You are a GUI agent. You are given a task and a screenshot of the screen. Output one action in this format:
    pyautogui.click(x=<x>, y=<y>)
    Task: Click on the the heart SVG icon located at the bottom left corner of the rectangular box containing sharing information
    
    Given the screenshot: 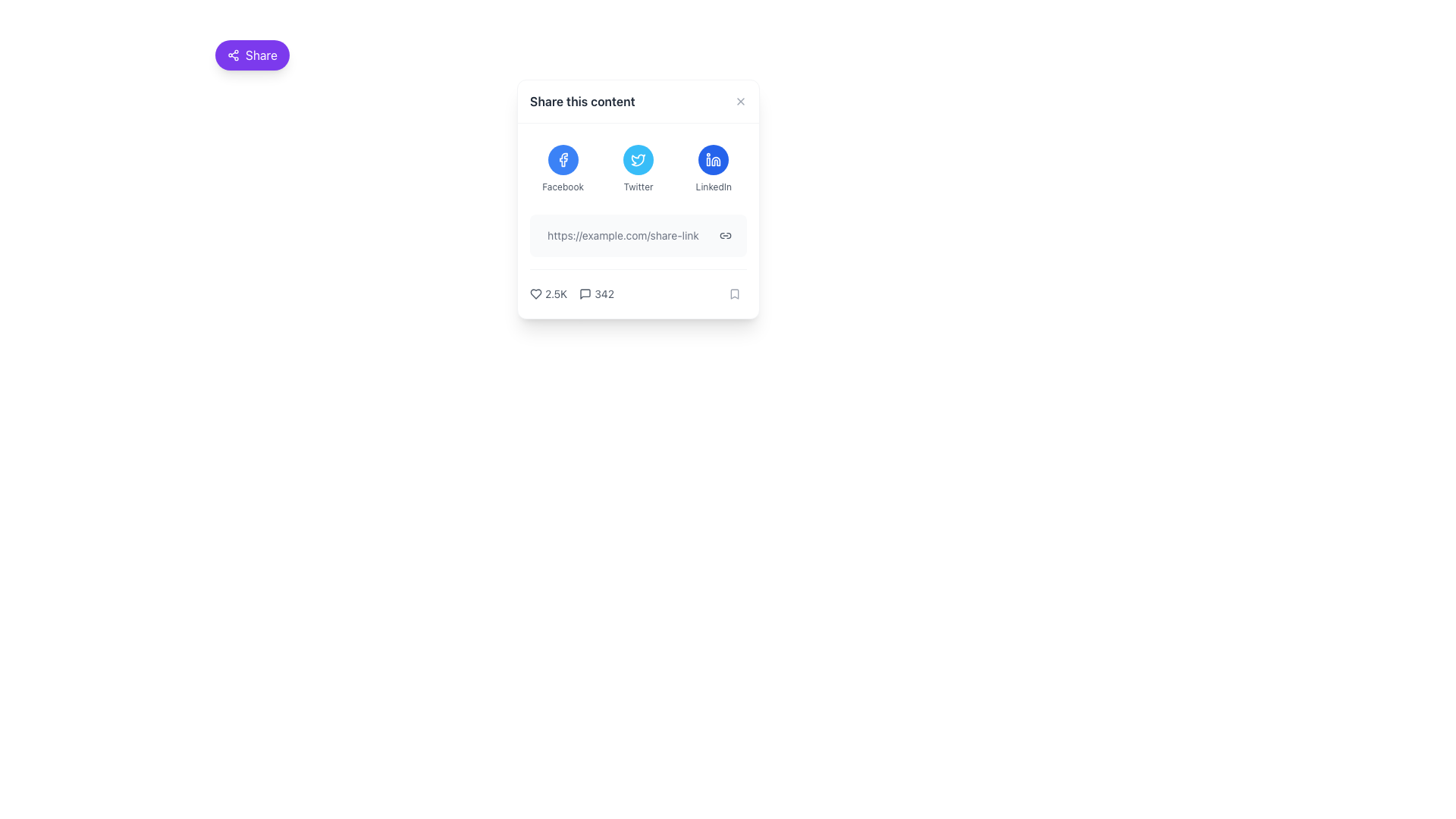 What is the action you would take?
    pyautogui.click(x=535, y=294)
    